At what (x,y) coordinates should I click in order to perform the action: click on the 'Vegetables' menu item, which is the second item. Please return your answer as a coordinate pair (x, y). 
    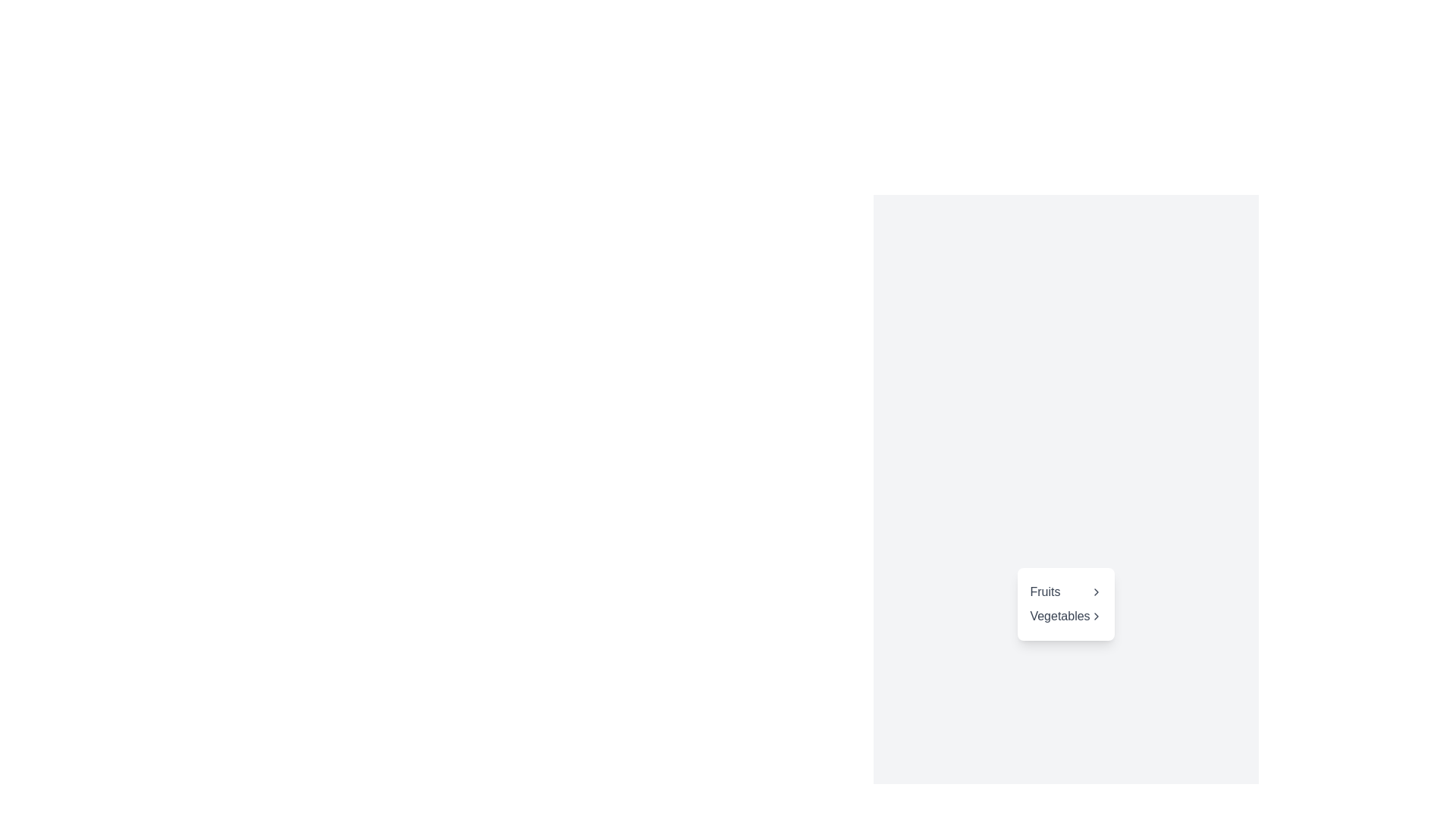
    Looking at the image, I should click on (1065, 617).